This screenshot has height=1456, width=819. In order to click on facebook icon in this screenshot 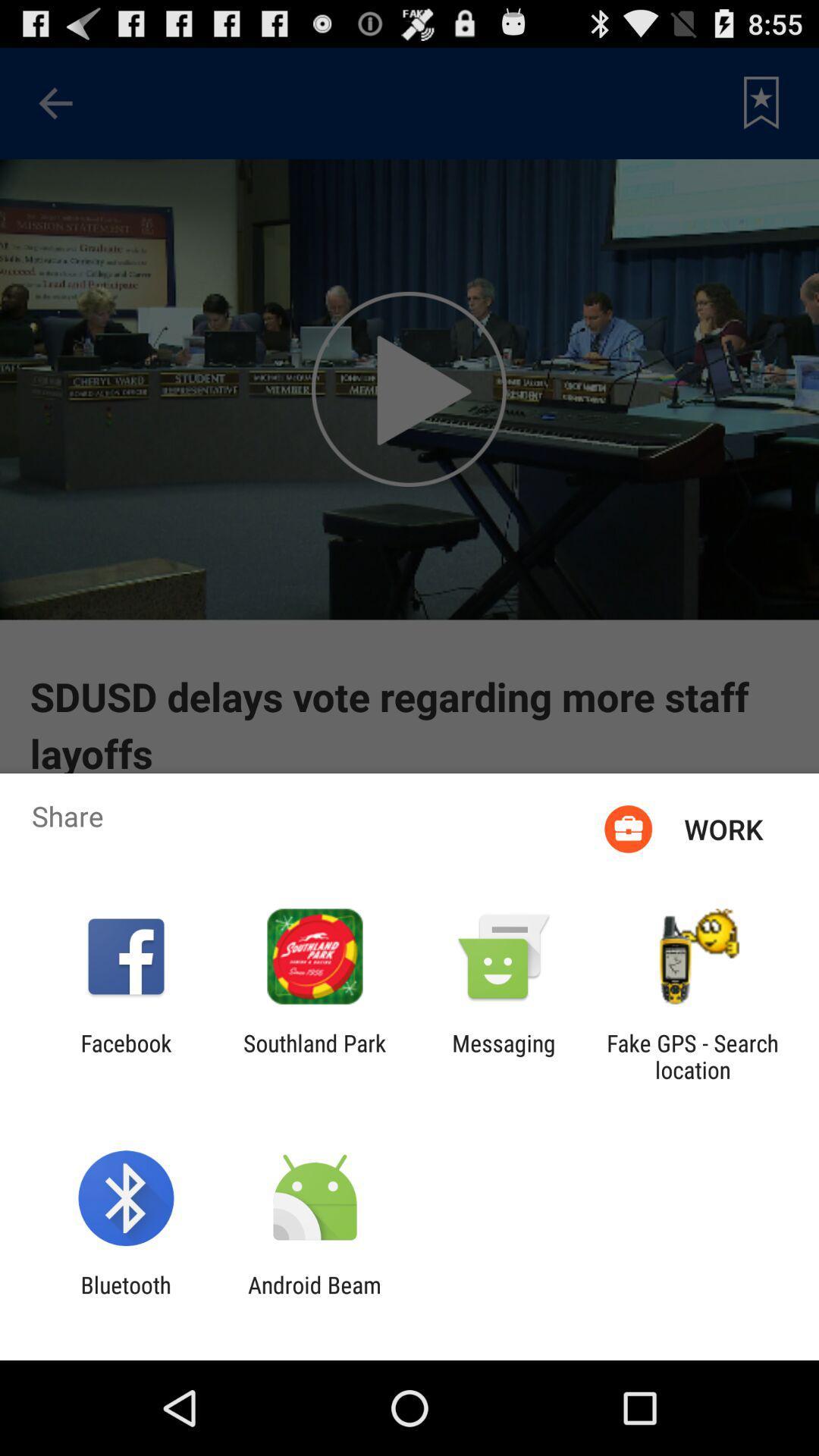, I will do `click(125, 1056)`.